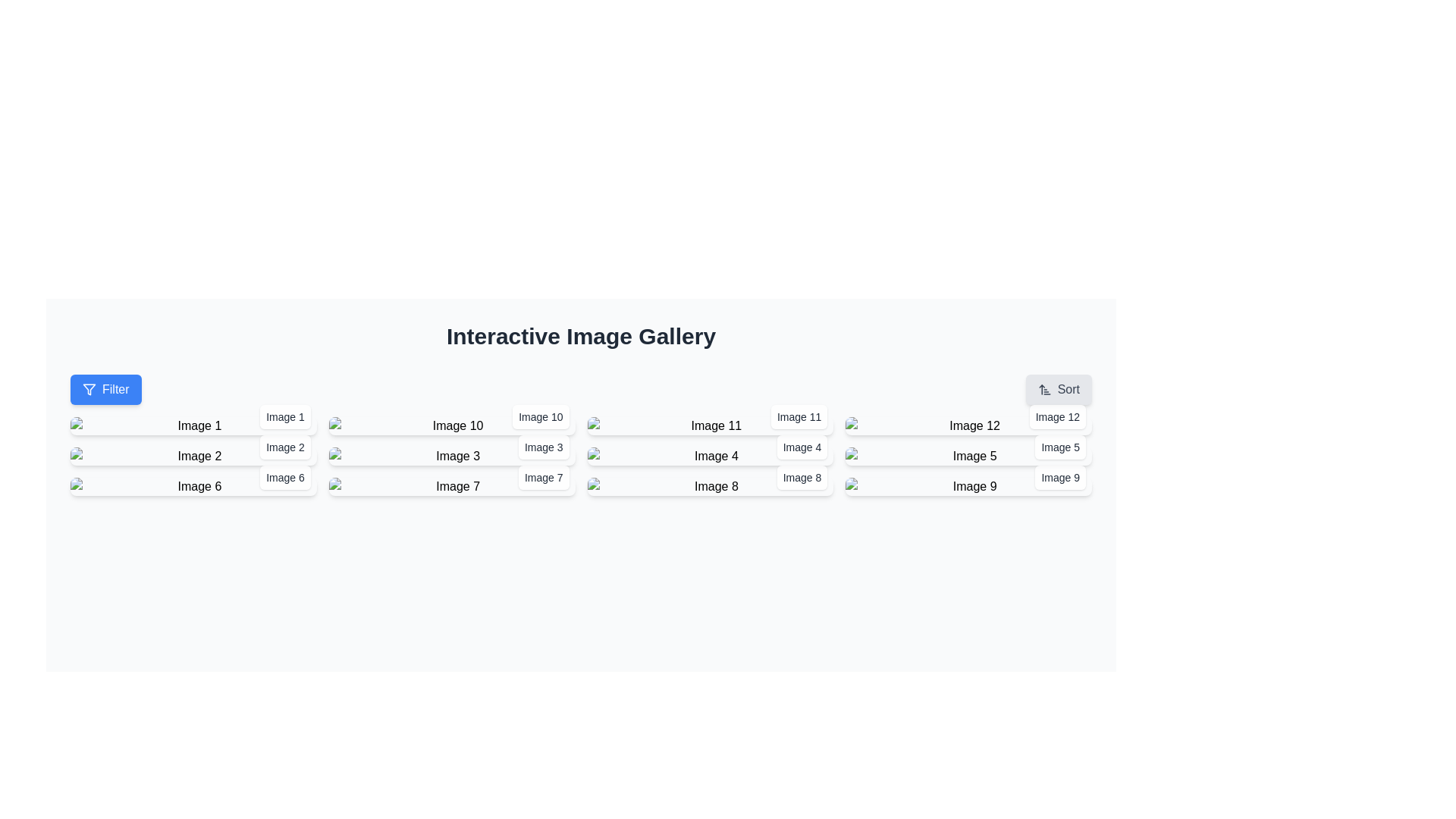  I want to click on the text label displaying 'Image 3', which is styled with a white background and rounded corners, located in the bottom-right corner of the image gallery associated with 'Image 3', so click(544, 447).